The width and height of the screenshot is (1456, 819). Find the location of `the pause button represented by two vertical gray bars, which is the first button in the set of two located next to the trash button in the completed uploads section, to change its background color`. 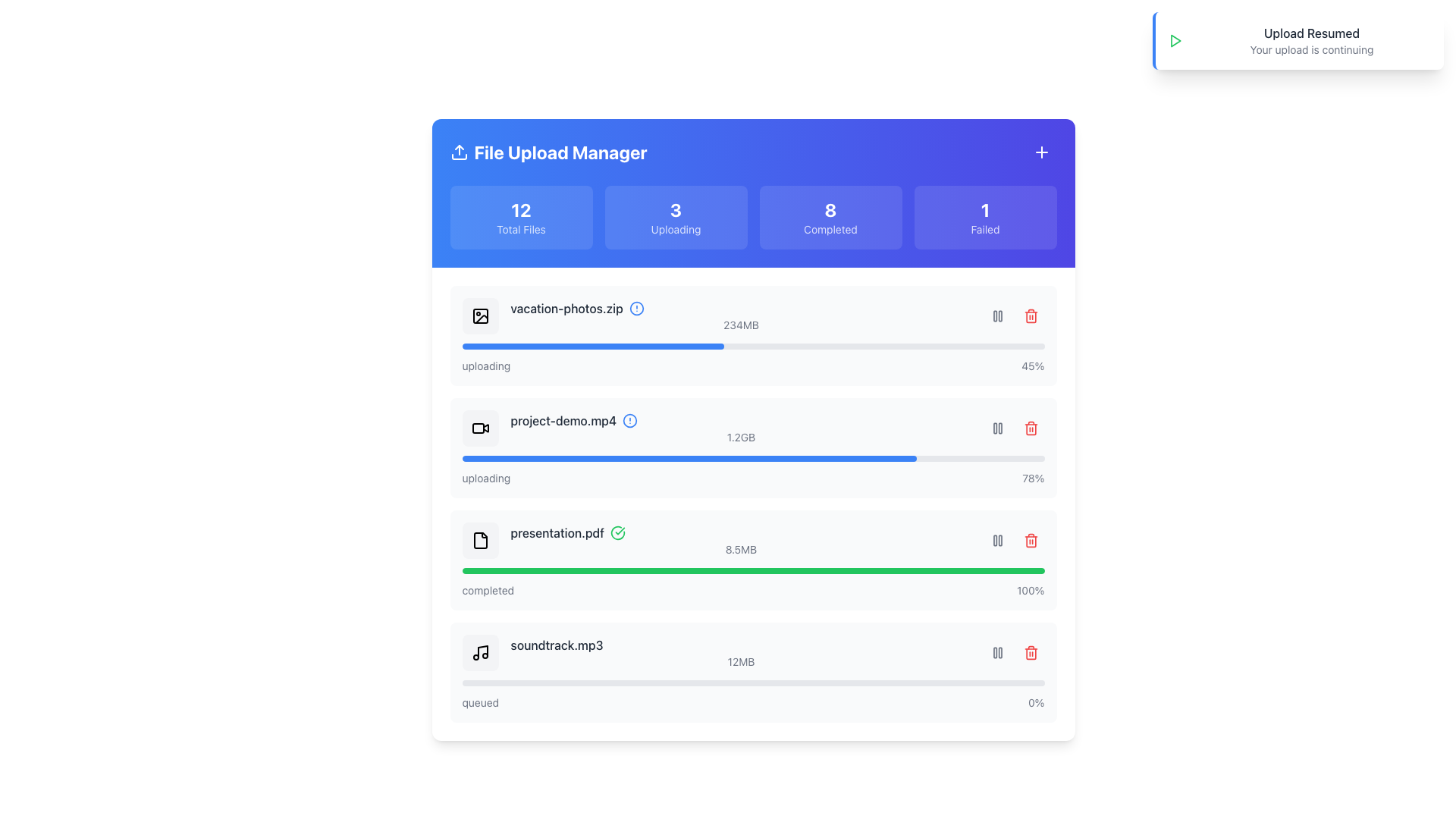

the pause button represented by two vertical gray bars, which is the first button in the set of two located next to the trash button in the completed uploads section, to change its background color is located at coordinates (997, 540).